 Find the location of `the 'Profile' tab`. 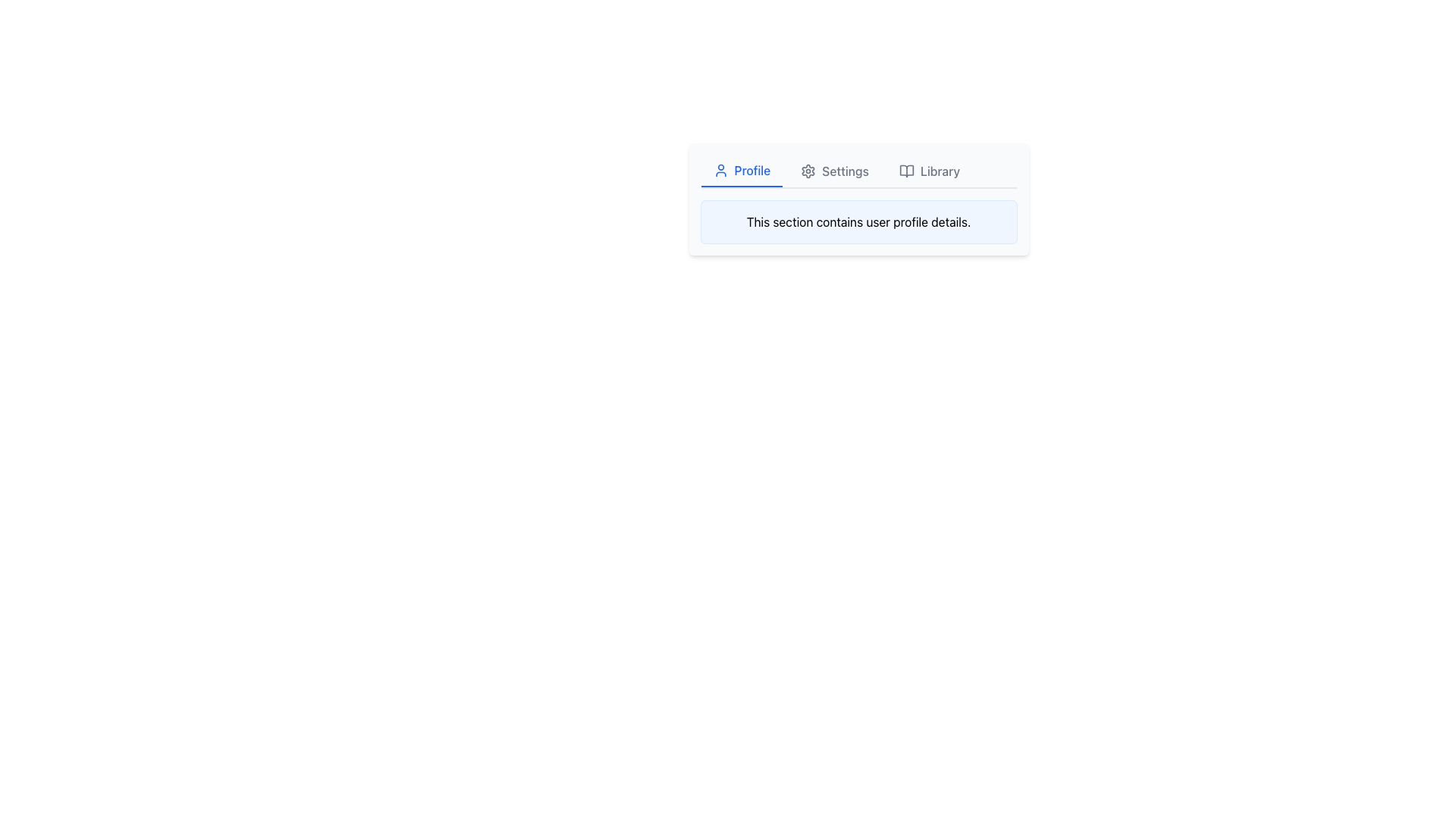

the 'Profile' tab is located at coordinates (742, 171).